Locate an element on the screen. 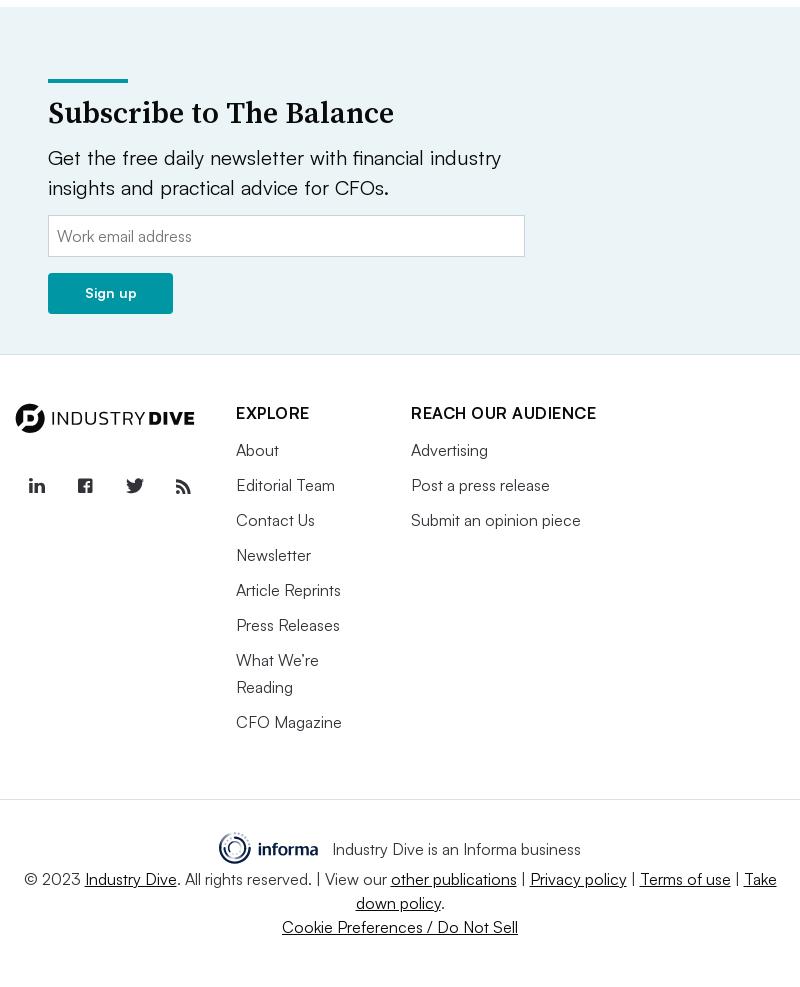  'Cookie Preferences / Do Not Sell' is located at coordinates (400, 926).